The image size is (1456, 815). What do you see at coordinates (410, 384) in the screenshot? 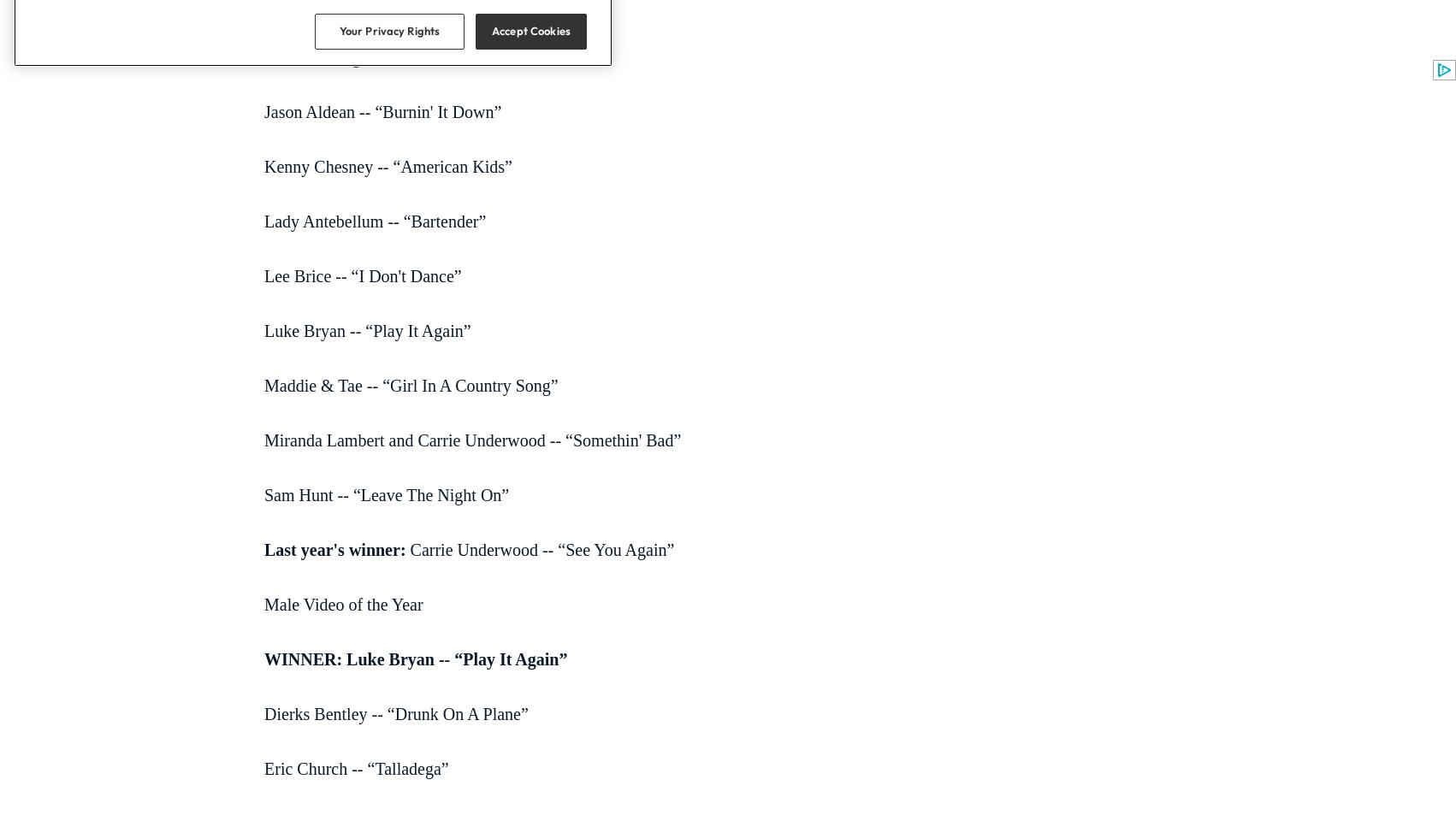
I see `'Maddie & Tae -- “Girl In A Country Song”'` at bounding box center [410, 384].